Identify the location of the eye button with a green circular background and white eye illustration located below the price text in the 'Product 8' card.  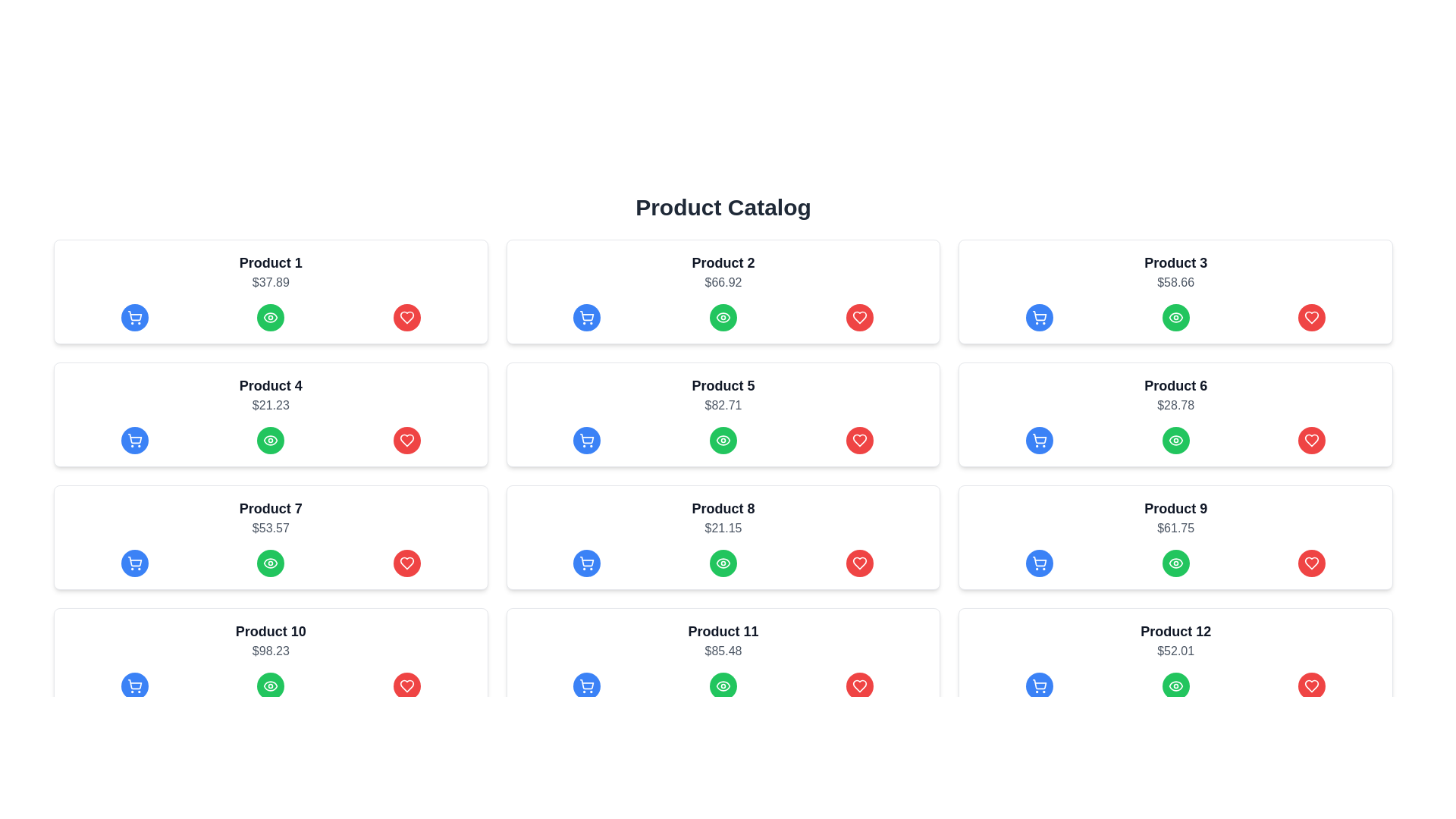
(723, 563).